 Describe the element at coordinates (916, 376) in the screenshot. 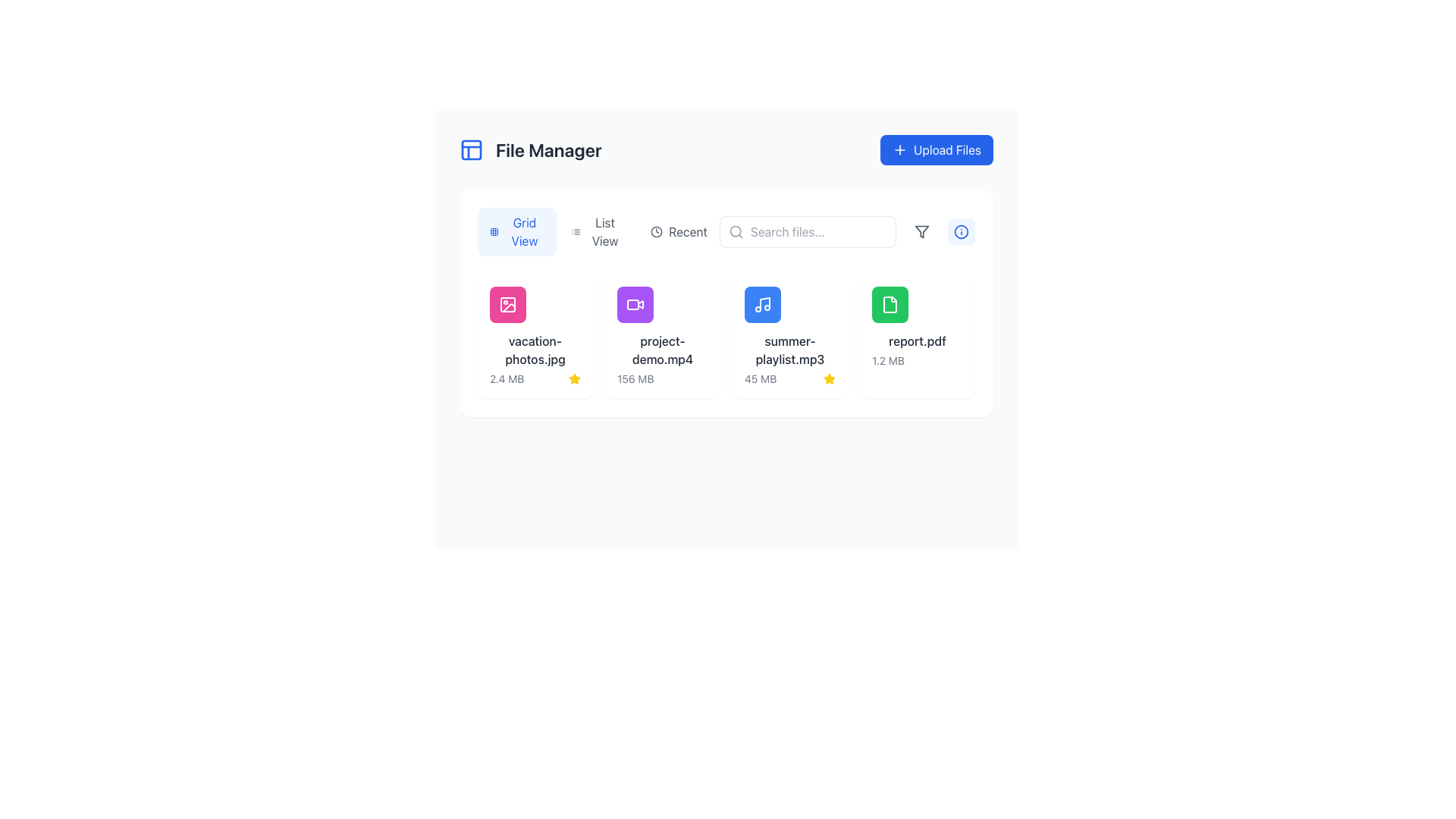

I see `the interactive share button located at the bottom-right of the file card labeled 'report.pdf'` at that location.